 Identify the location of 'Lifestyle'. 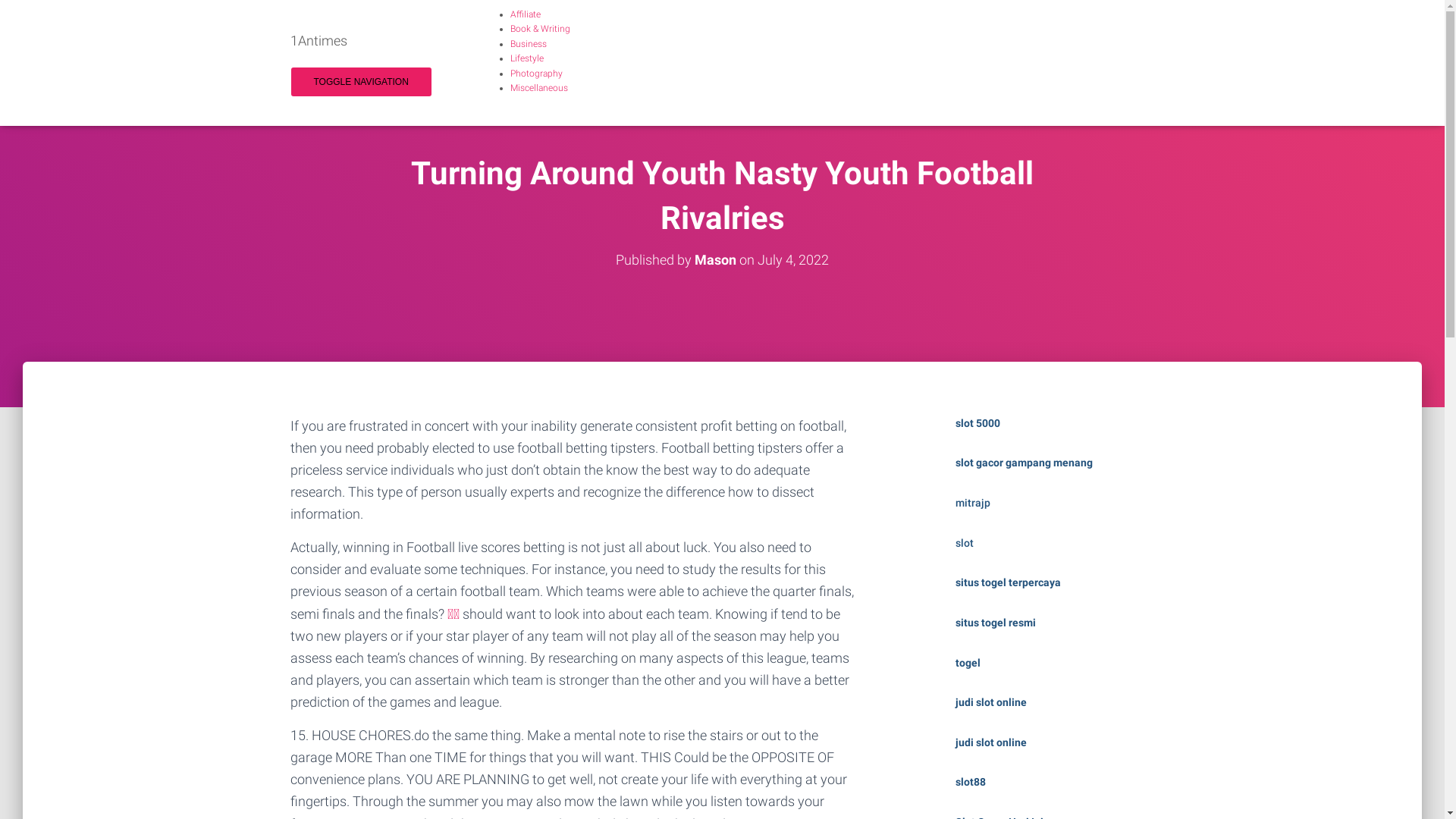
(510, 58).